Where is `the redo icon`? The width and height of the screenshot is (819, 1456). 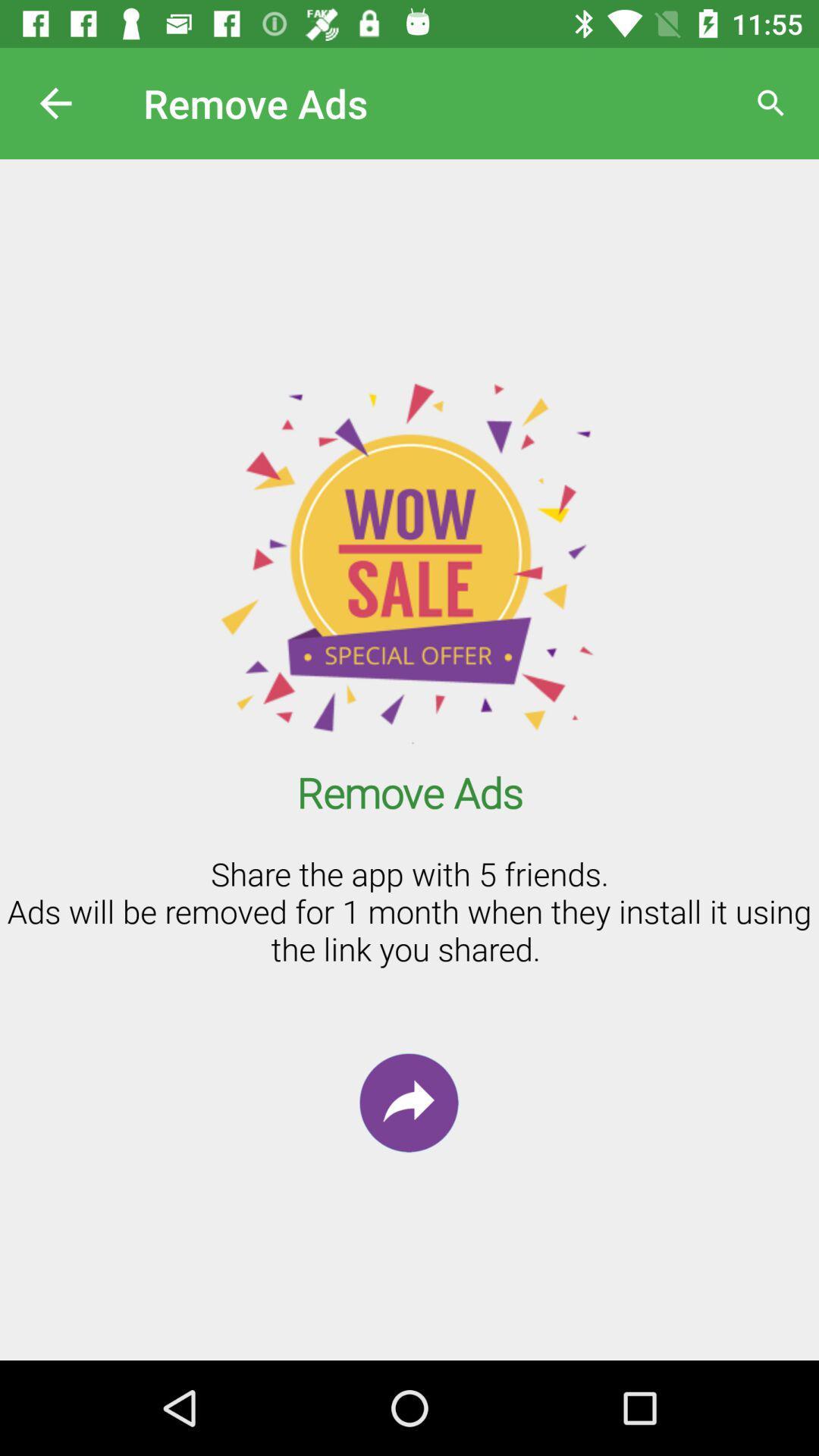 the redo icon is located at coordinates (408, 1103).